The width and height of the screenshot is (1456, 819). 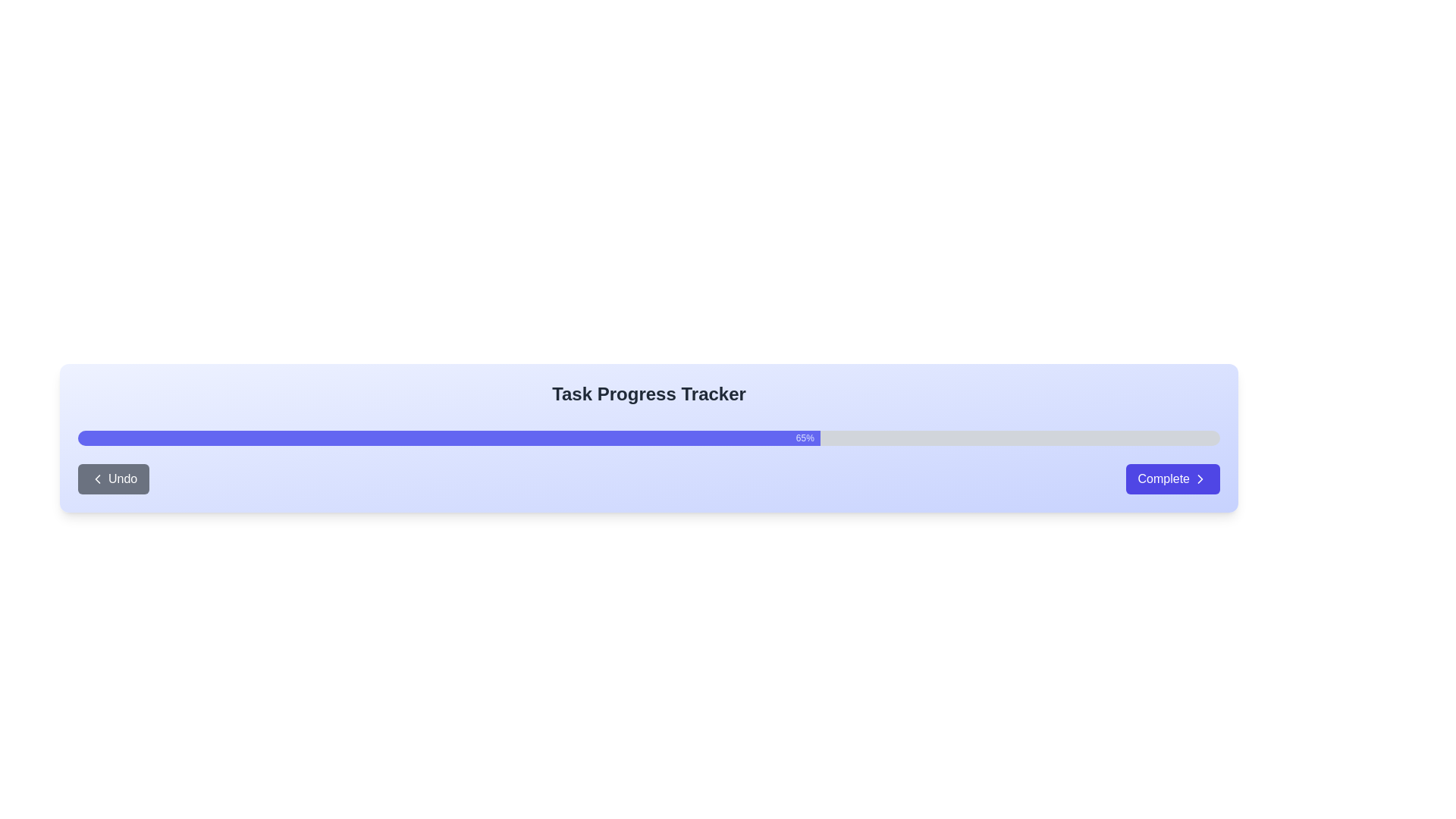 What do you see at coordinates (97, 479) in the screenshot?
I see `the left-pointing chevron icon within the dark gray 'Undo' button` at bounding box center [97, 479].